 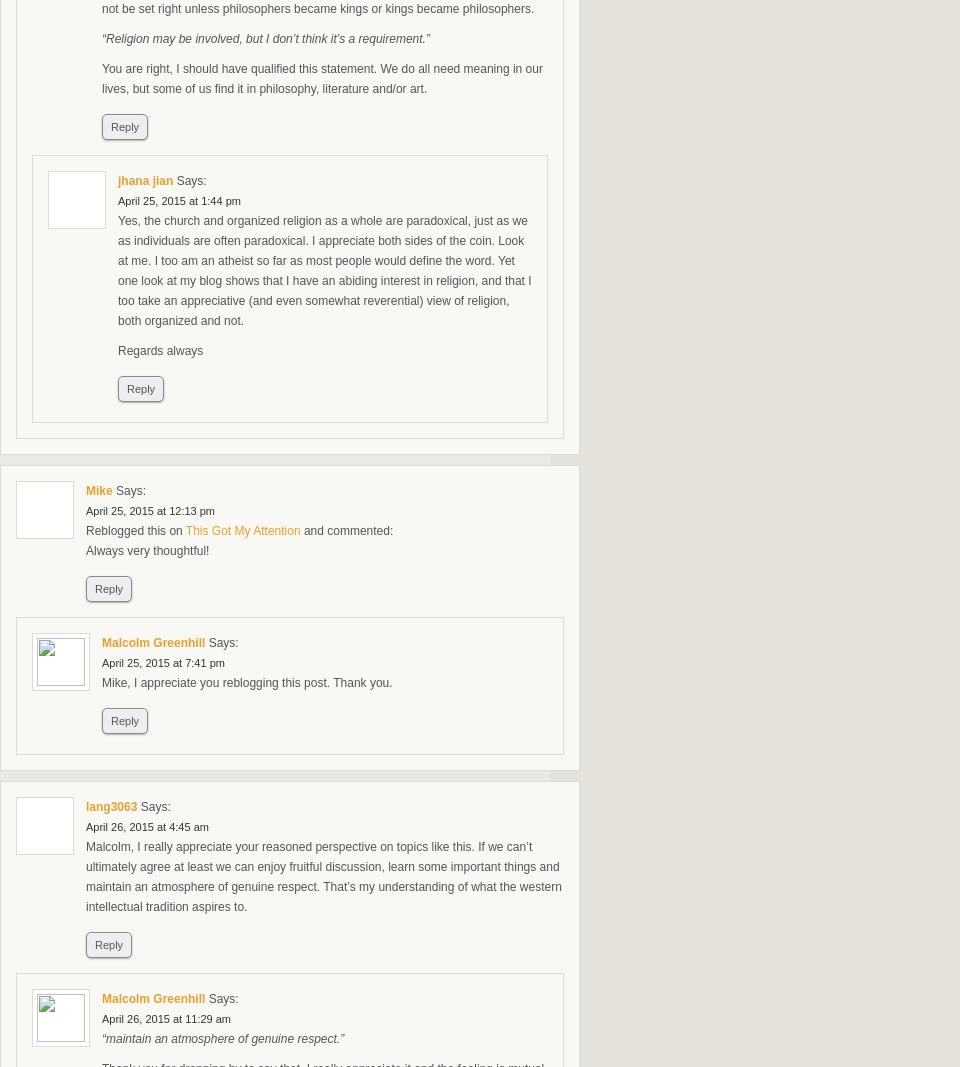 What do you see at coordinates (117, 180) in the screenshot?
I see `'jhana jian'` at bounding box center [117, 180].